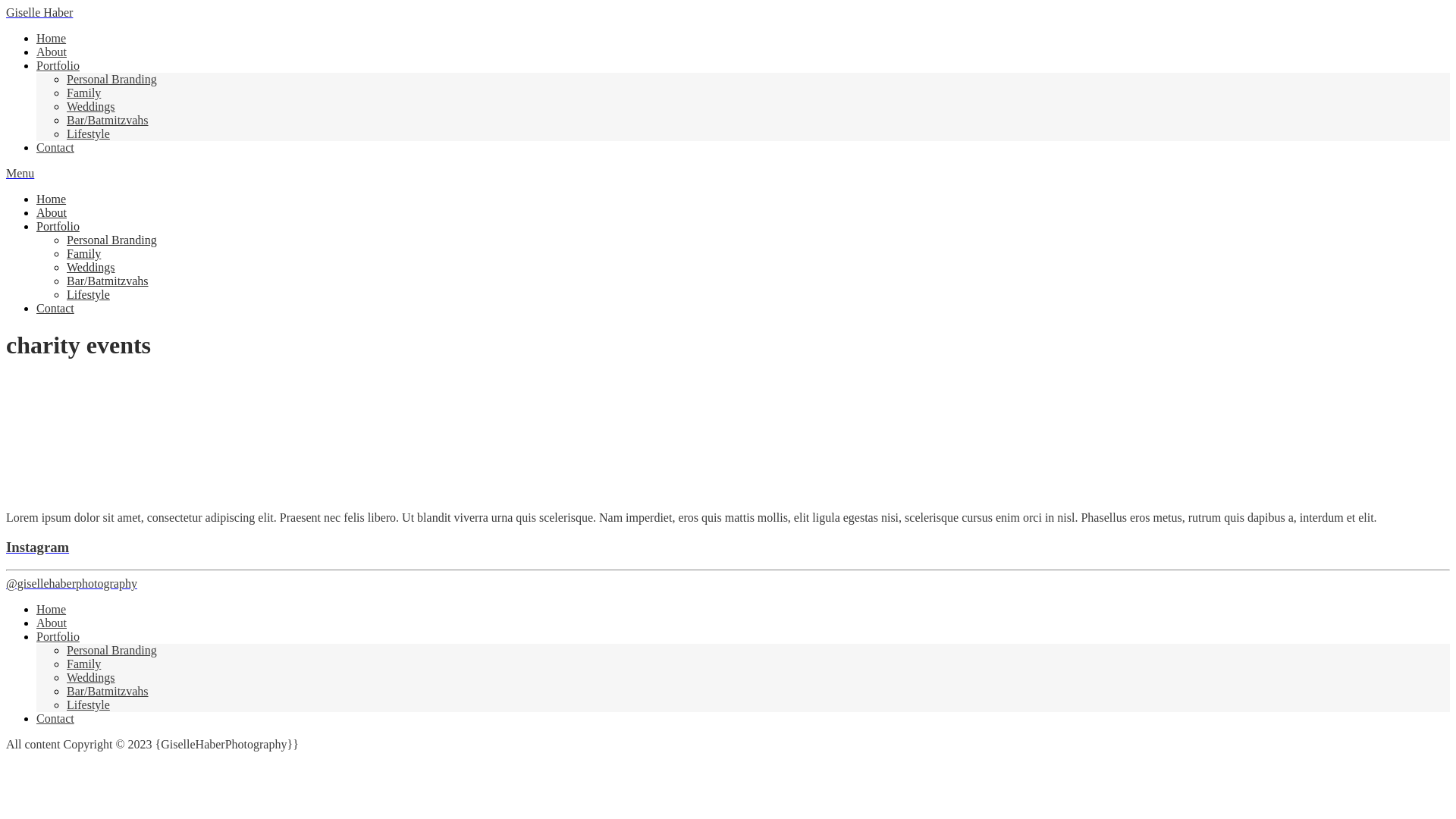  I want to click on 'Contact', so click(55, 717).